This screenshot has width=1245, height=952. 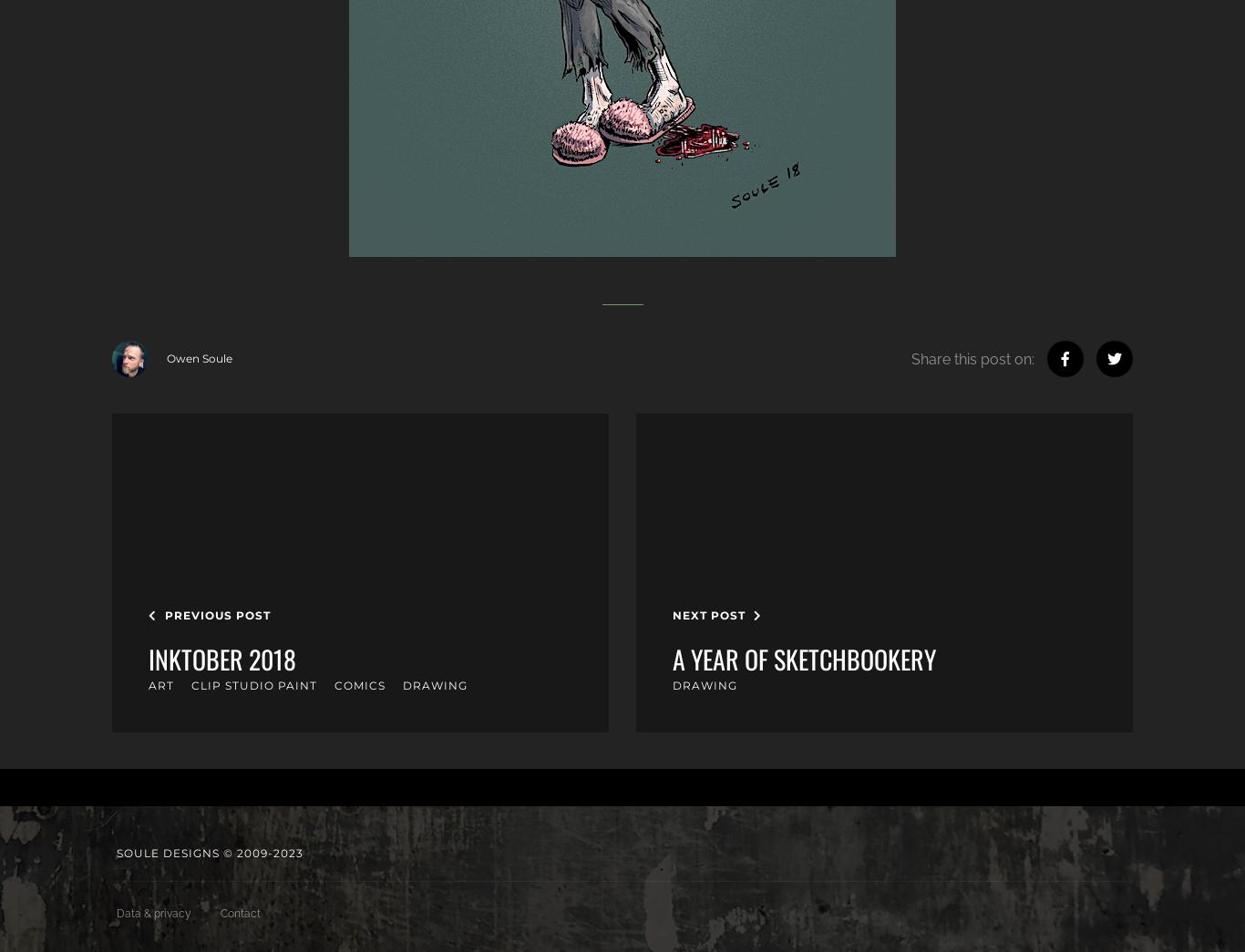 What do you see at coordinates (710, 614) in the screenshot?
I see `'Next Post'` at bounding box center [710, 614].